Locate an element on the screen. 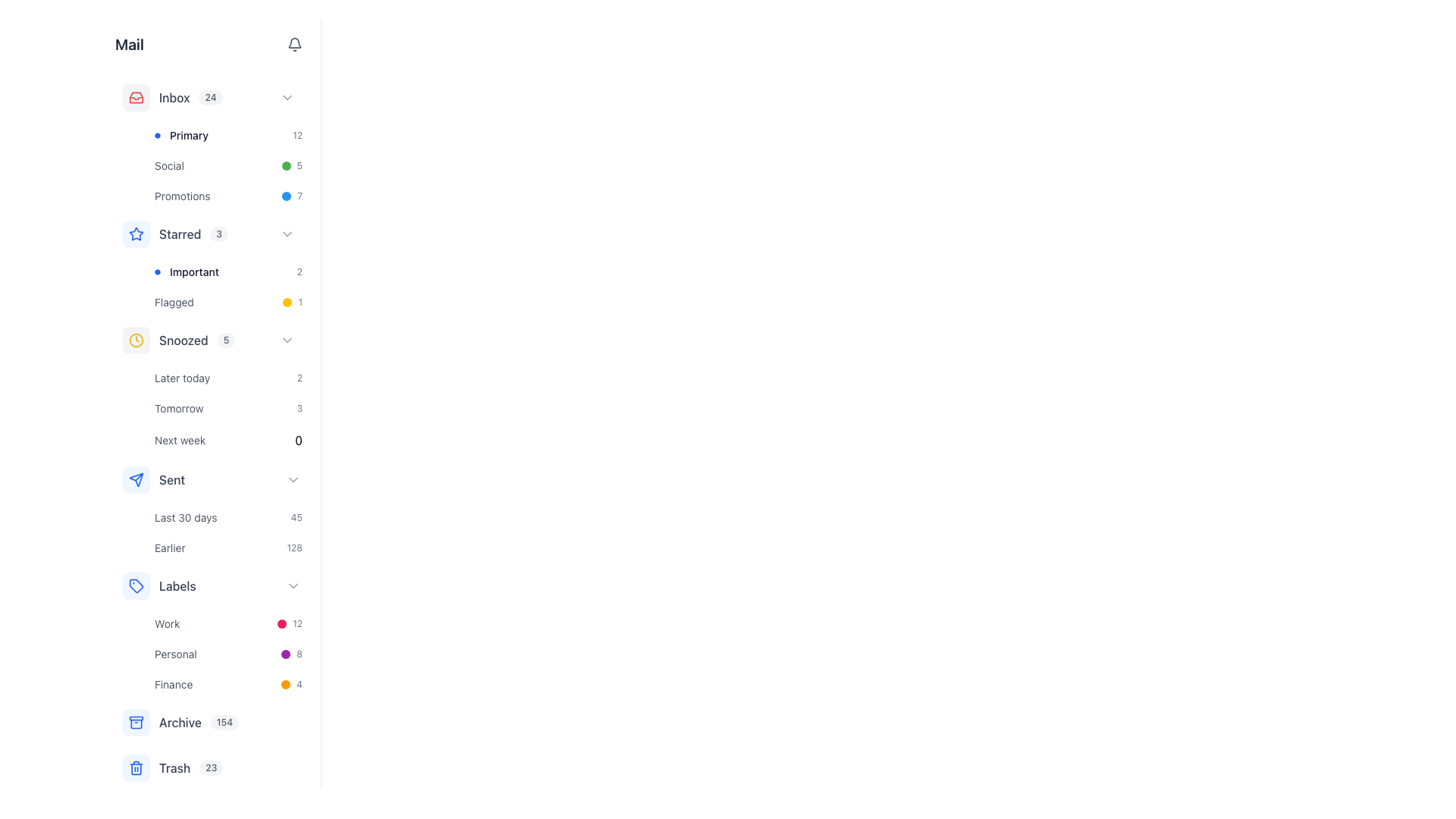  the text displaying the number '12' is located at coordinates (297, 623).